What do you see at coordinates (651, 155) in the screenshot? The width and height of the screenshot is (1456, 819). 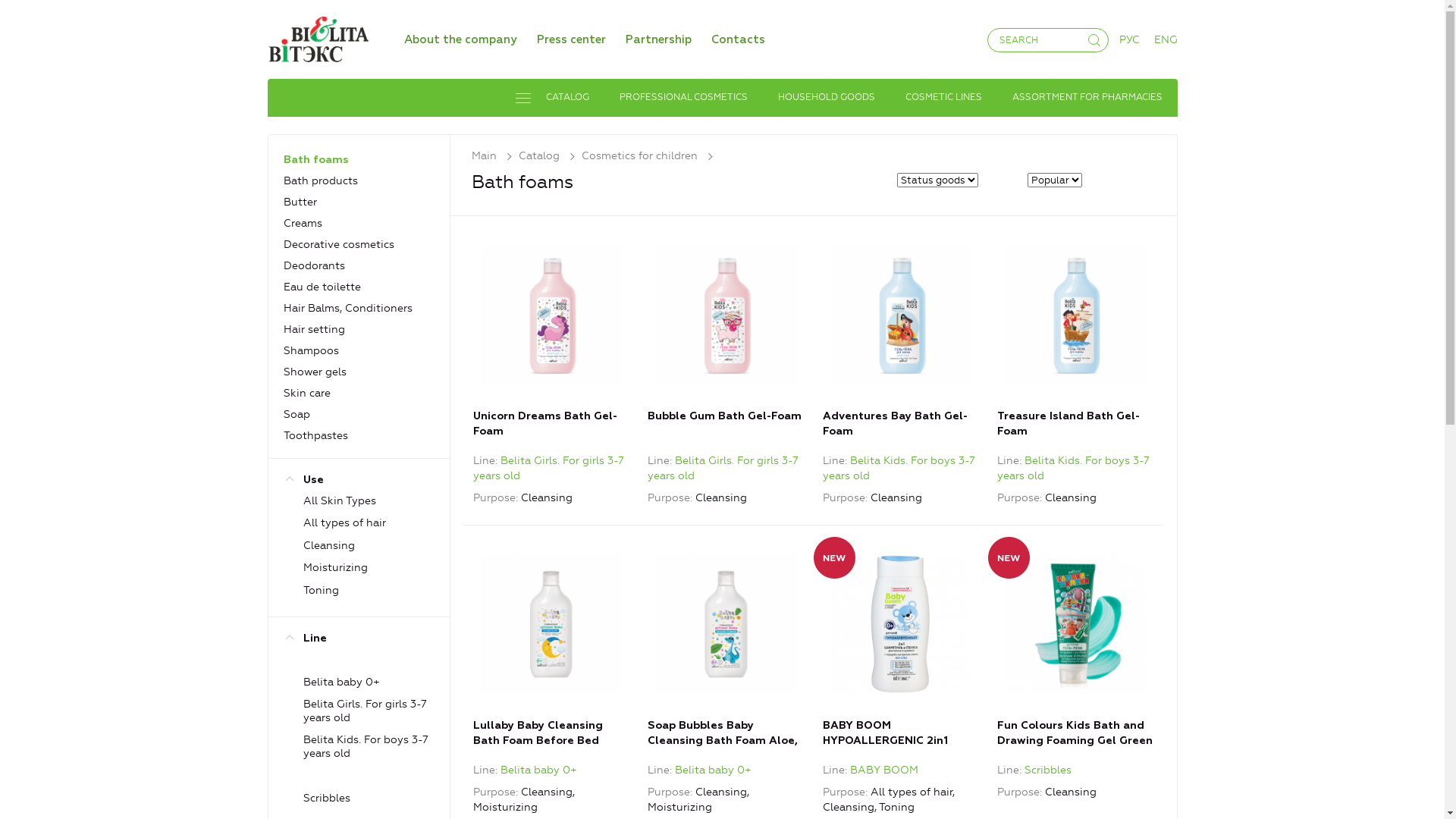 I see `'Cosmetics for children'` at bounding box center [651, 155].